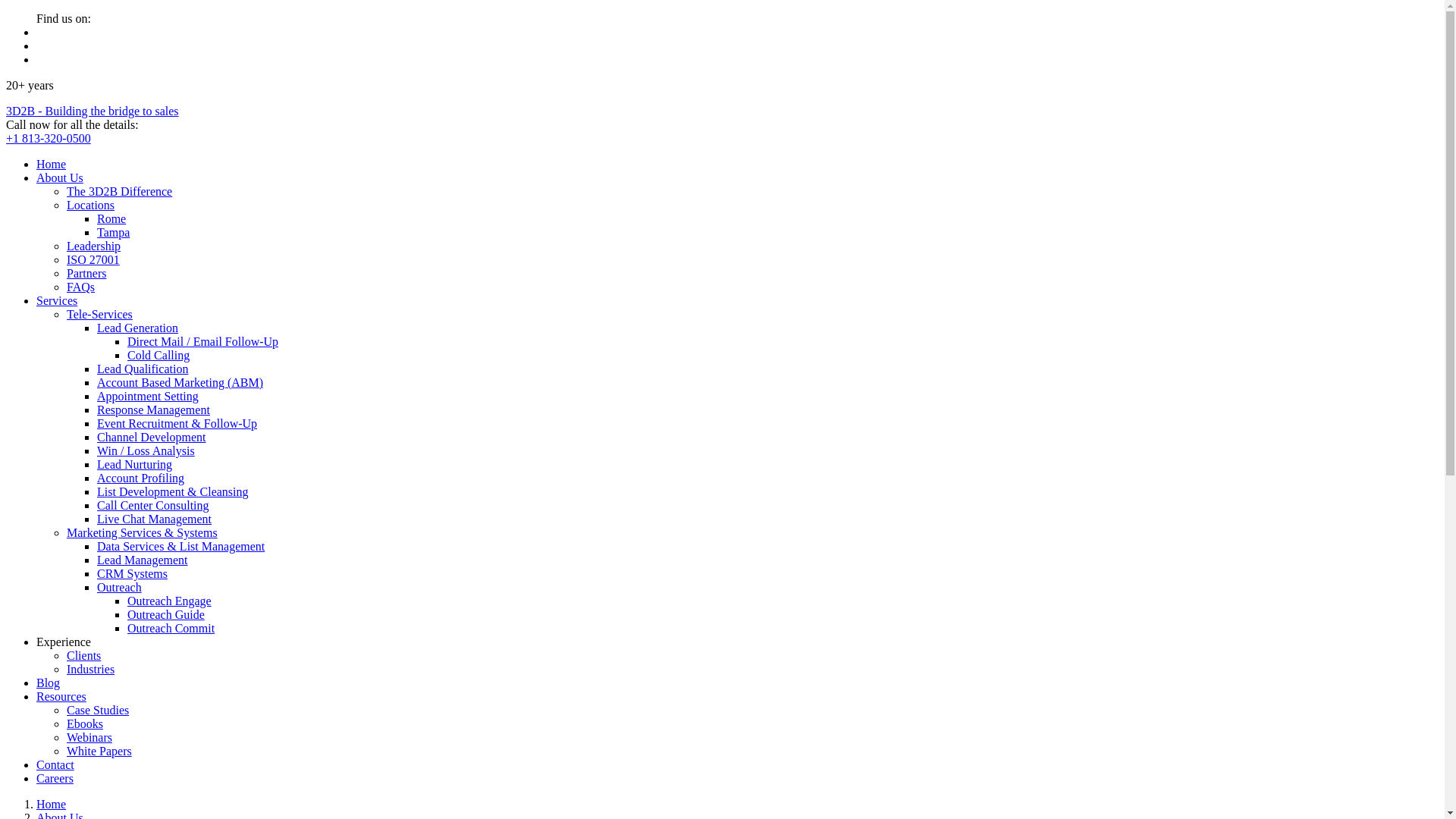 This screenshot has height=819, width=1456. I want to click on 'Call Center Consulting', so click(152, 505).